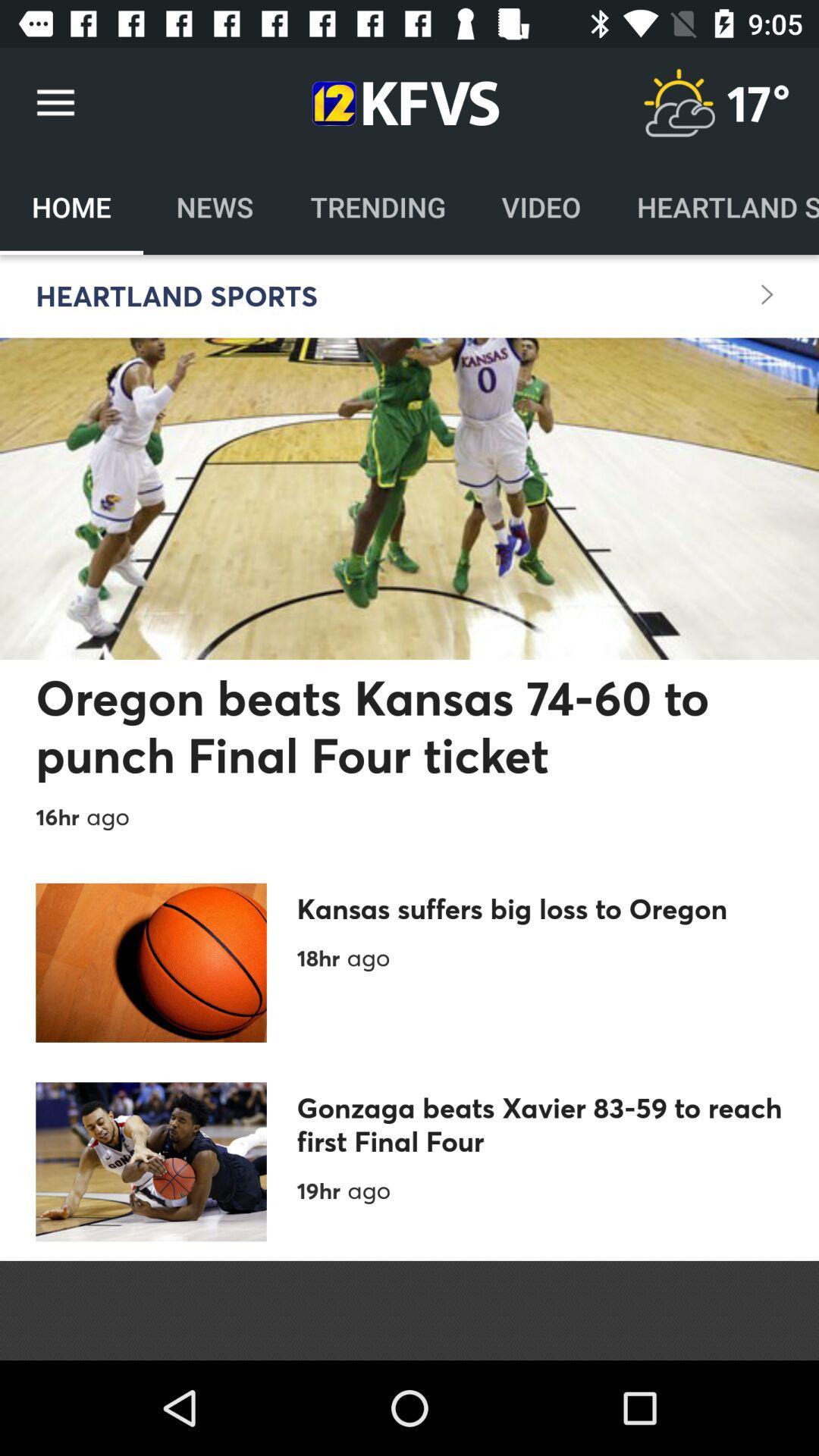 This screenshot has height=1456, width=819. I want to click on weather button, so click(678, 102).